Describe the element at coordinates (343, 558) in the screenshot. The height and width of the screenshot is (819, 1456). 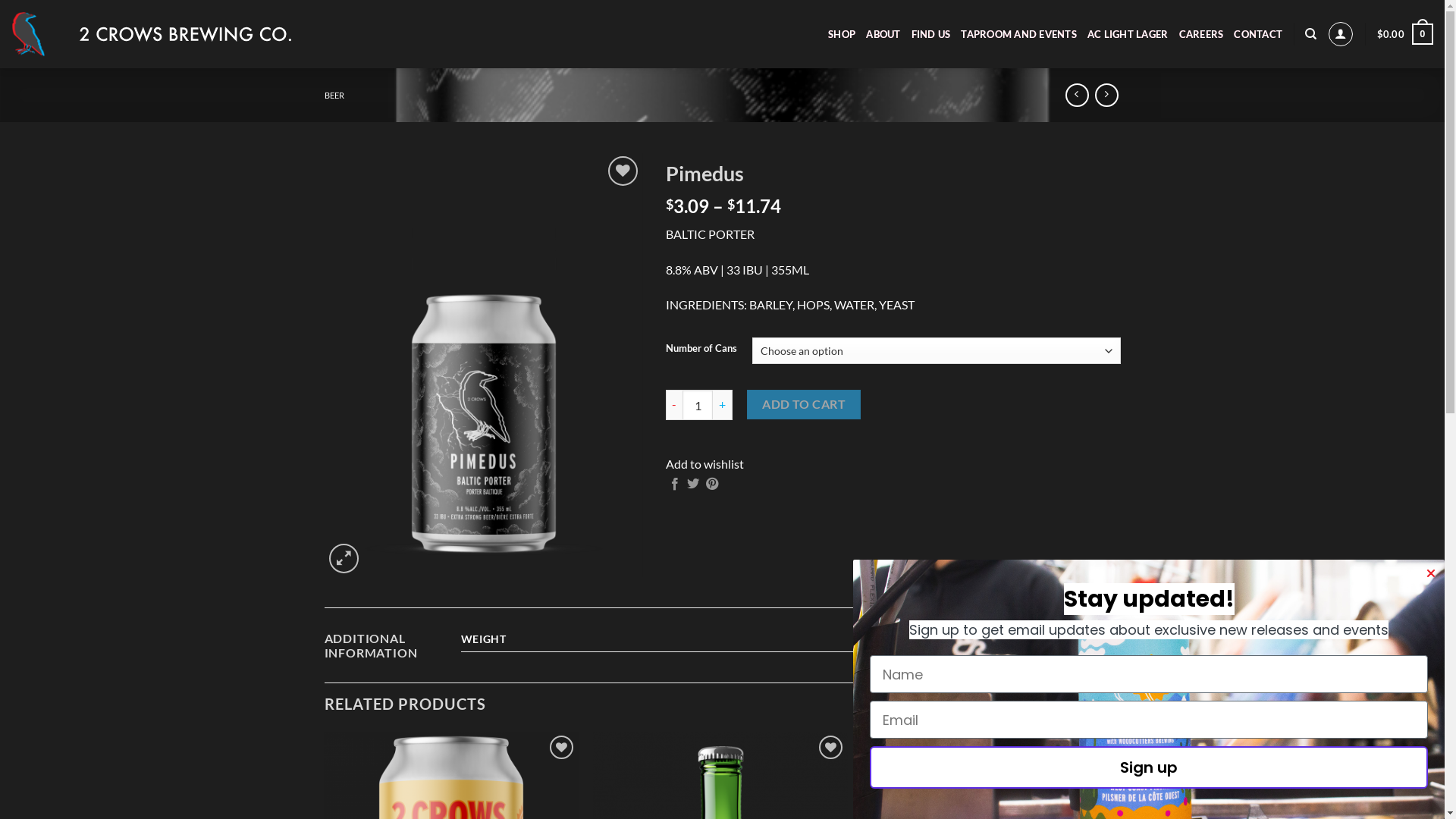
I see `'Zoom'` at that location.